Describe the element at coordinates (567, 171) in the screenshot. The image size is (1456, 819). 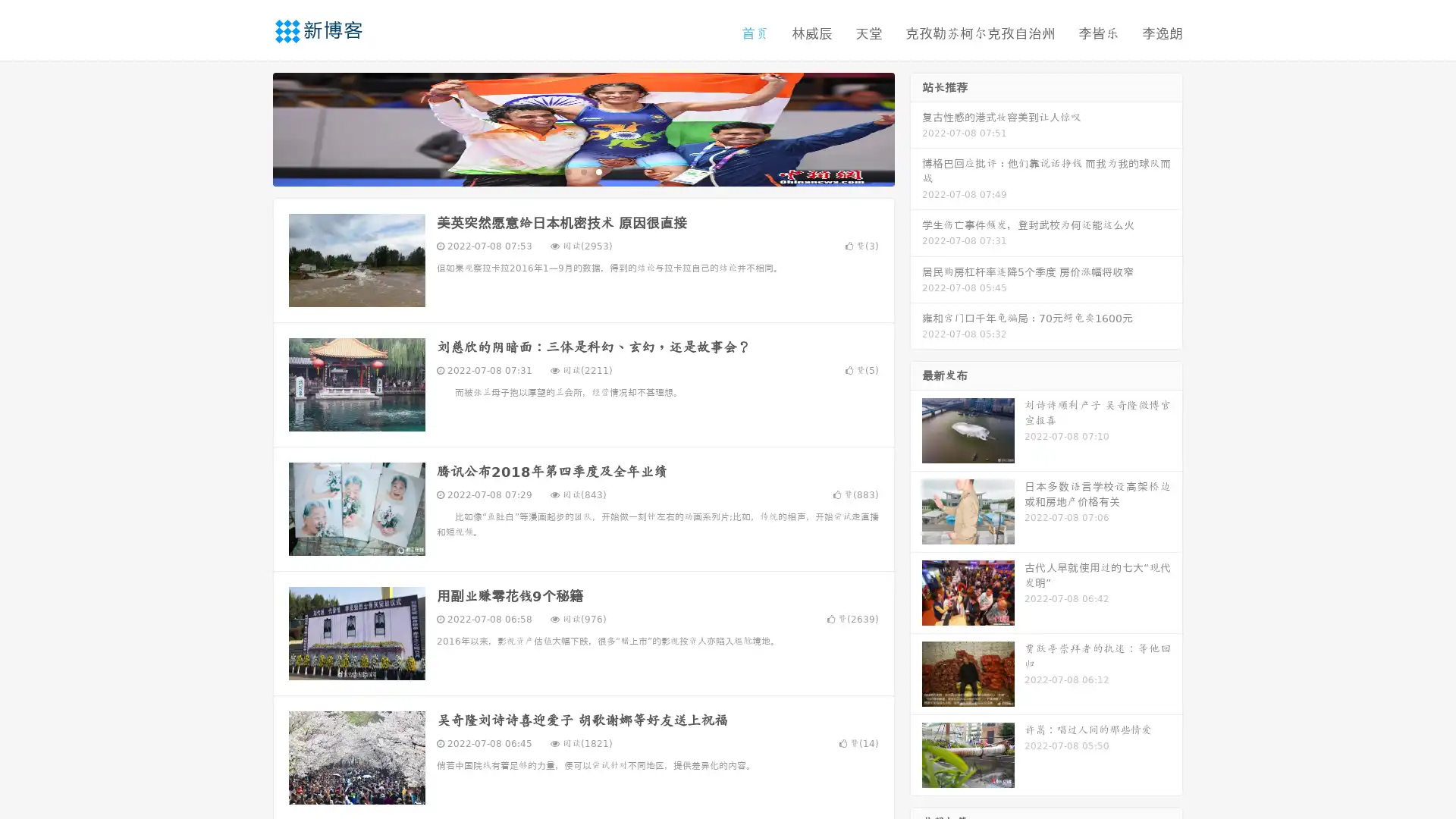
I see `Go to slide 1` at that location.